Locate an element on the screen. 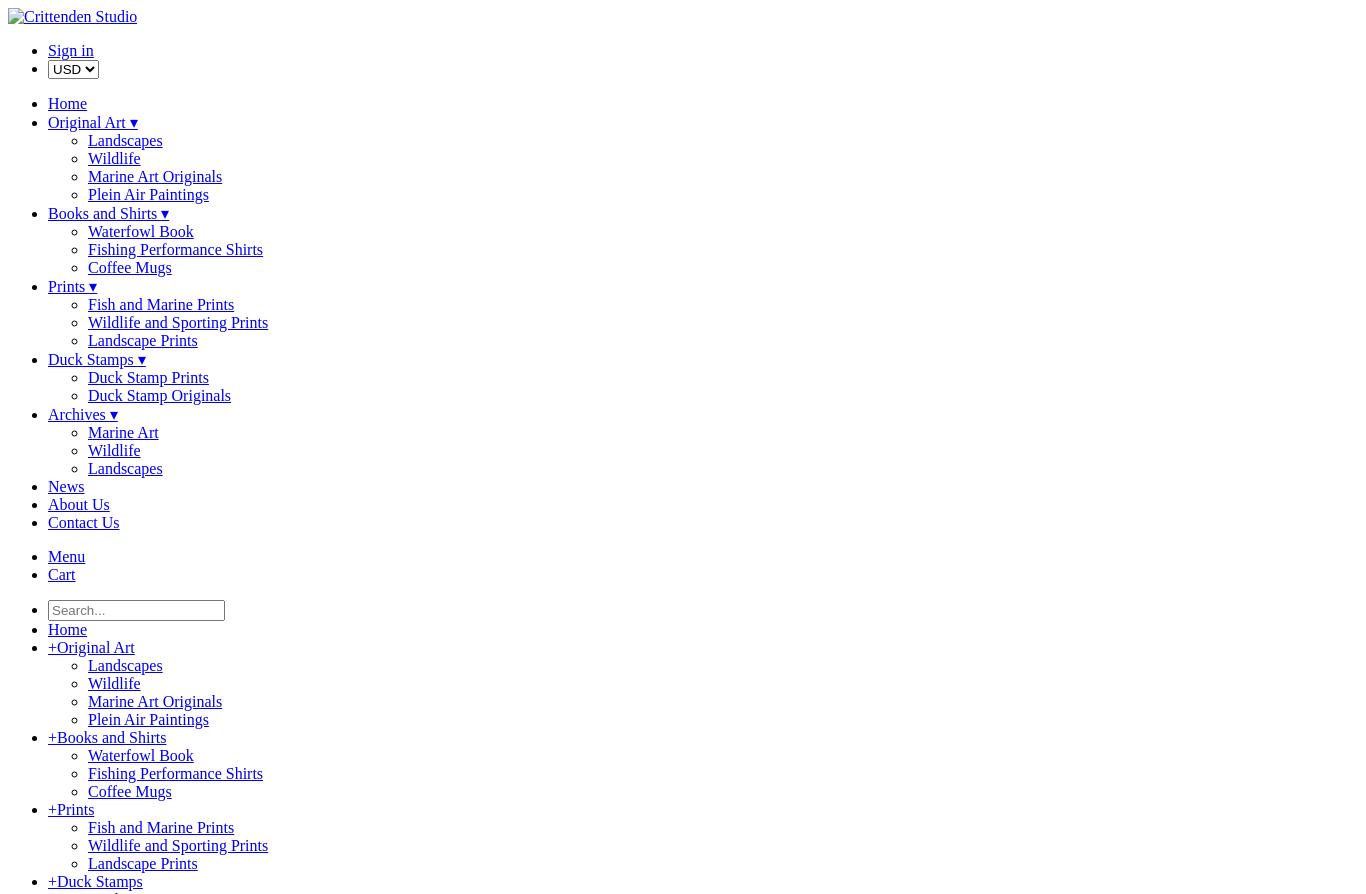 The width and height of the screenshot is (1366, 894). 'News' is located at coordinates (65, 486).